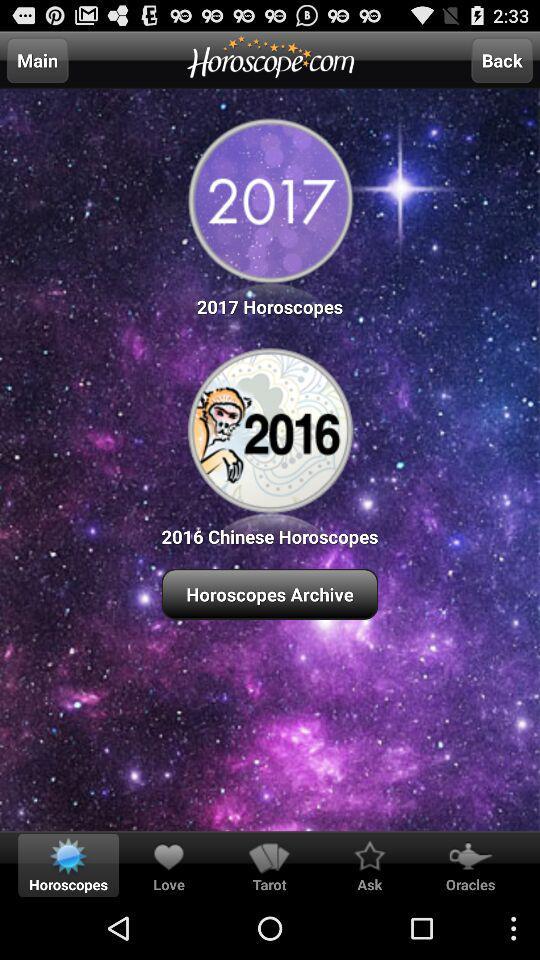  Describe the element at coordinates (270, 444) in the screenshot. I see `the item below the 2017 horoscopes icon` at that location.